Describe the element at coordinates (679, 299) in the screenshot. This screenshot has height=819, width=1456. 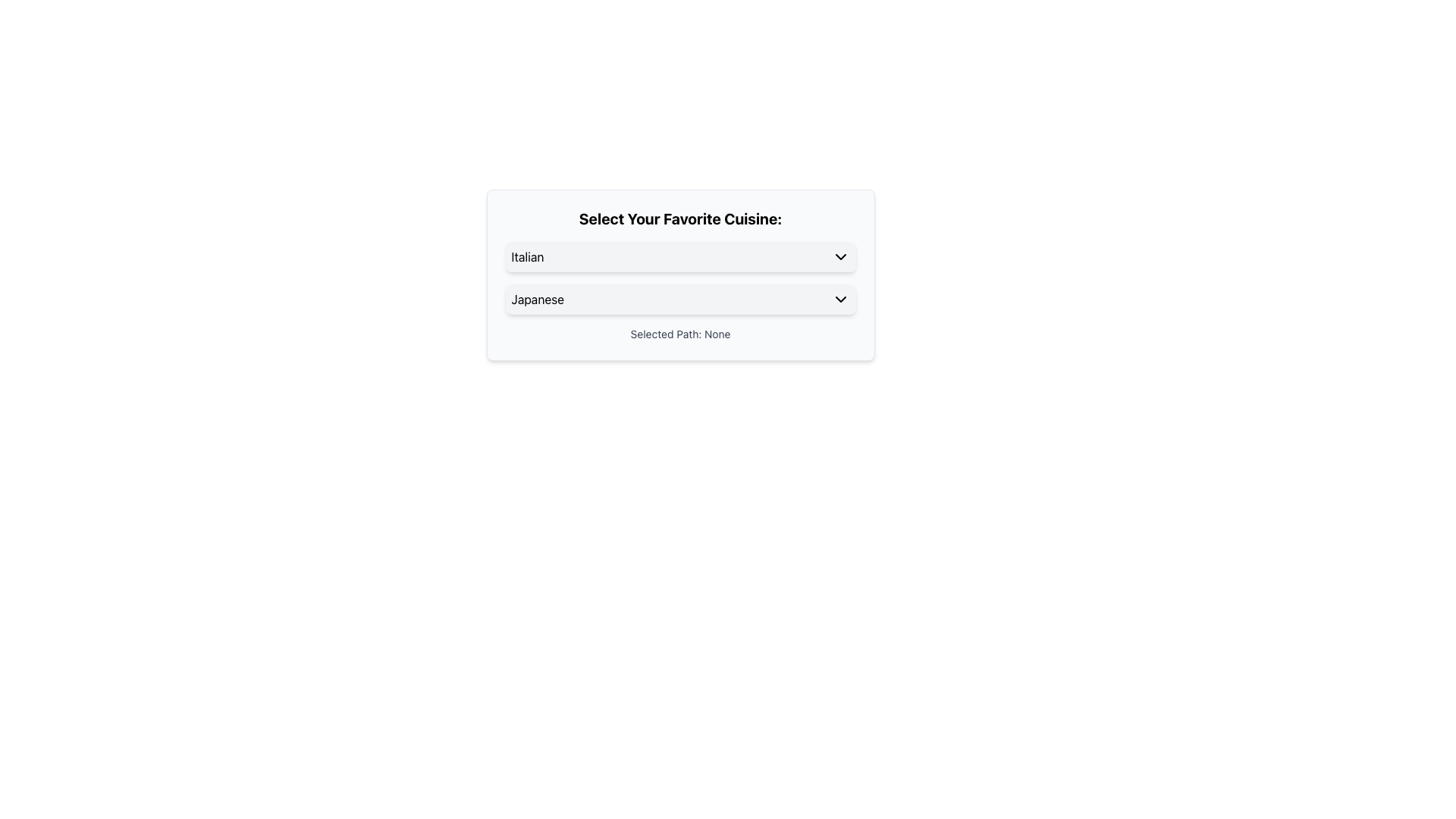
I see `the dropdown button located below the 'Italian' dropdown in the vertically stacked group of dropdown elements` at that location.